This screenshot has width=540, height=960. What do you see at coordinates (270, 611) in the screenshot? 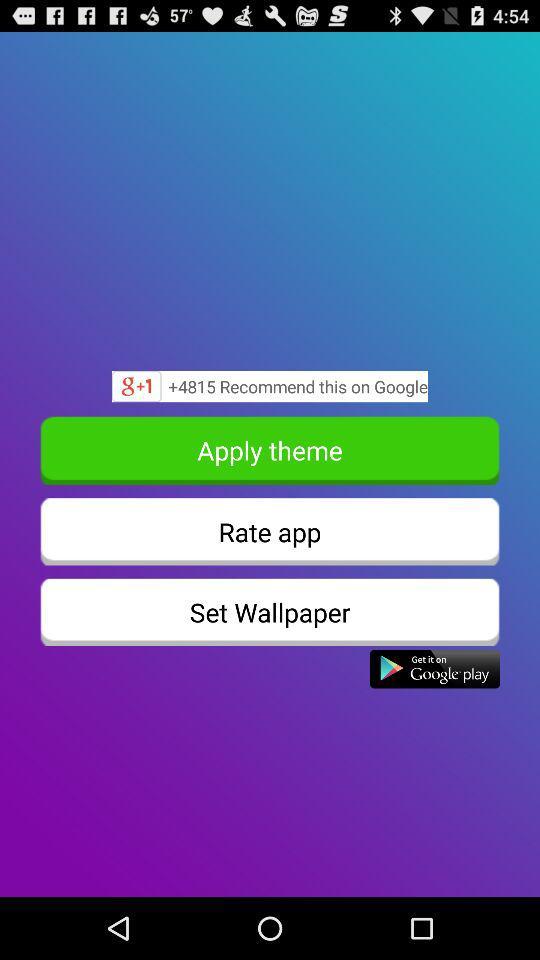
I see `button below the rate app button` at bounding box center [270, 611].